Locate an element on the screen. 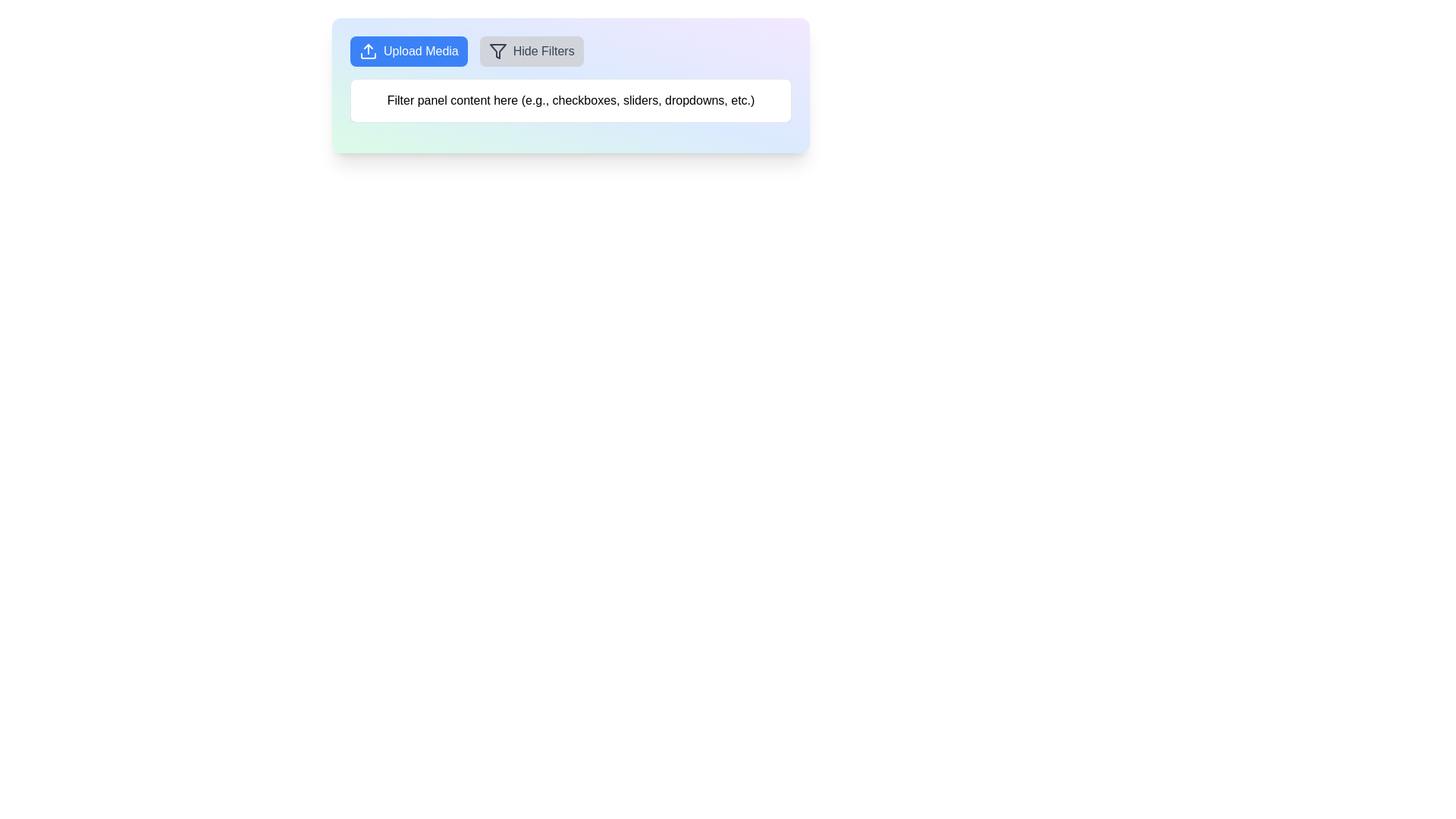 The image size is (1456, 819). the 'Upload Media' button, which includes the upload icon located to the left of the text label is located at coordinates (368, 51).